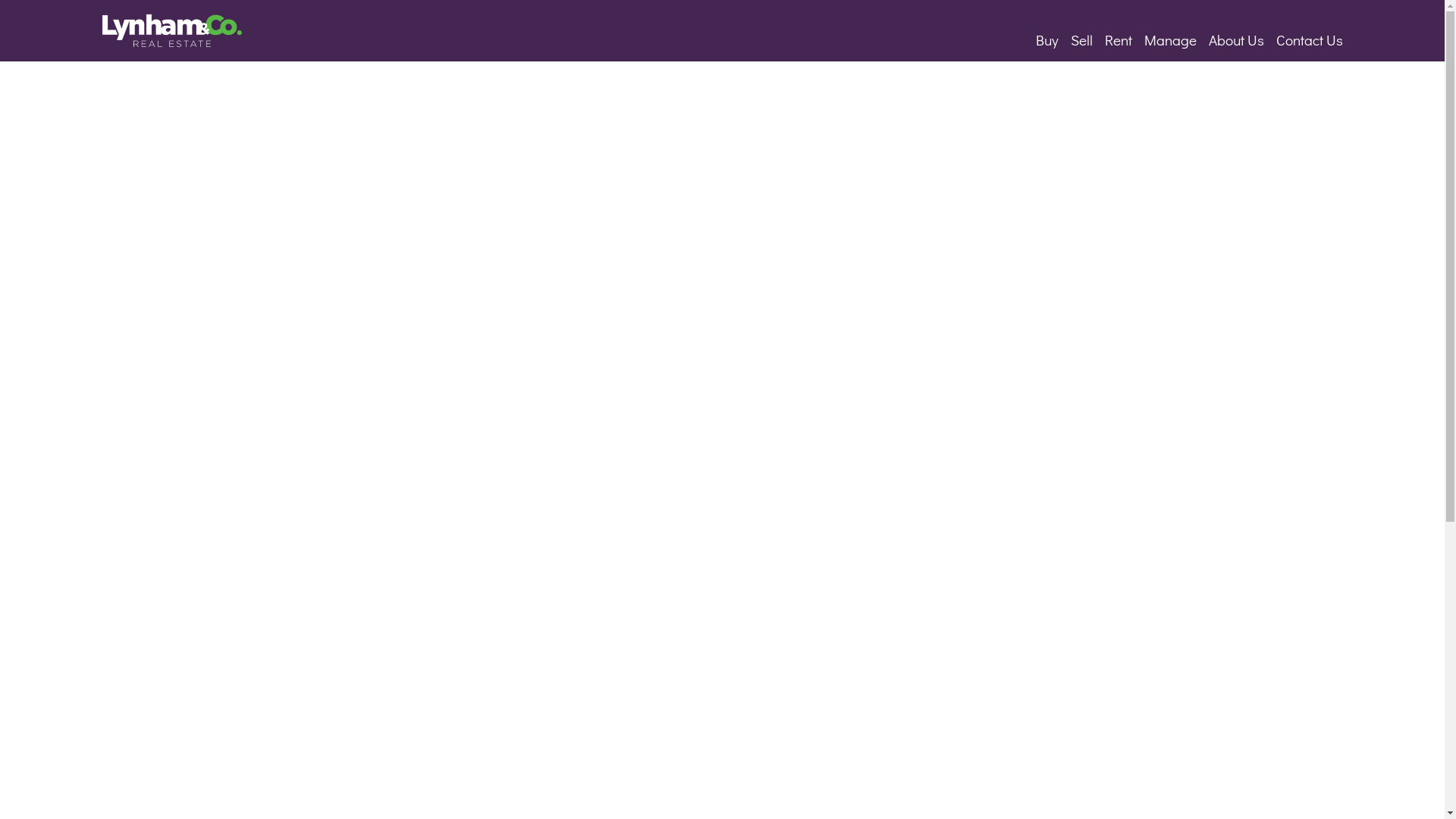  Describe the element at coordinates (1236, 39) in the screenshot. I see `'About Us'` at that location.